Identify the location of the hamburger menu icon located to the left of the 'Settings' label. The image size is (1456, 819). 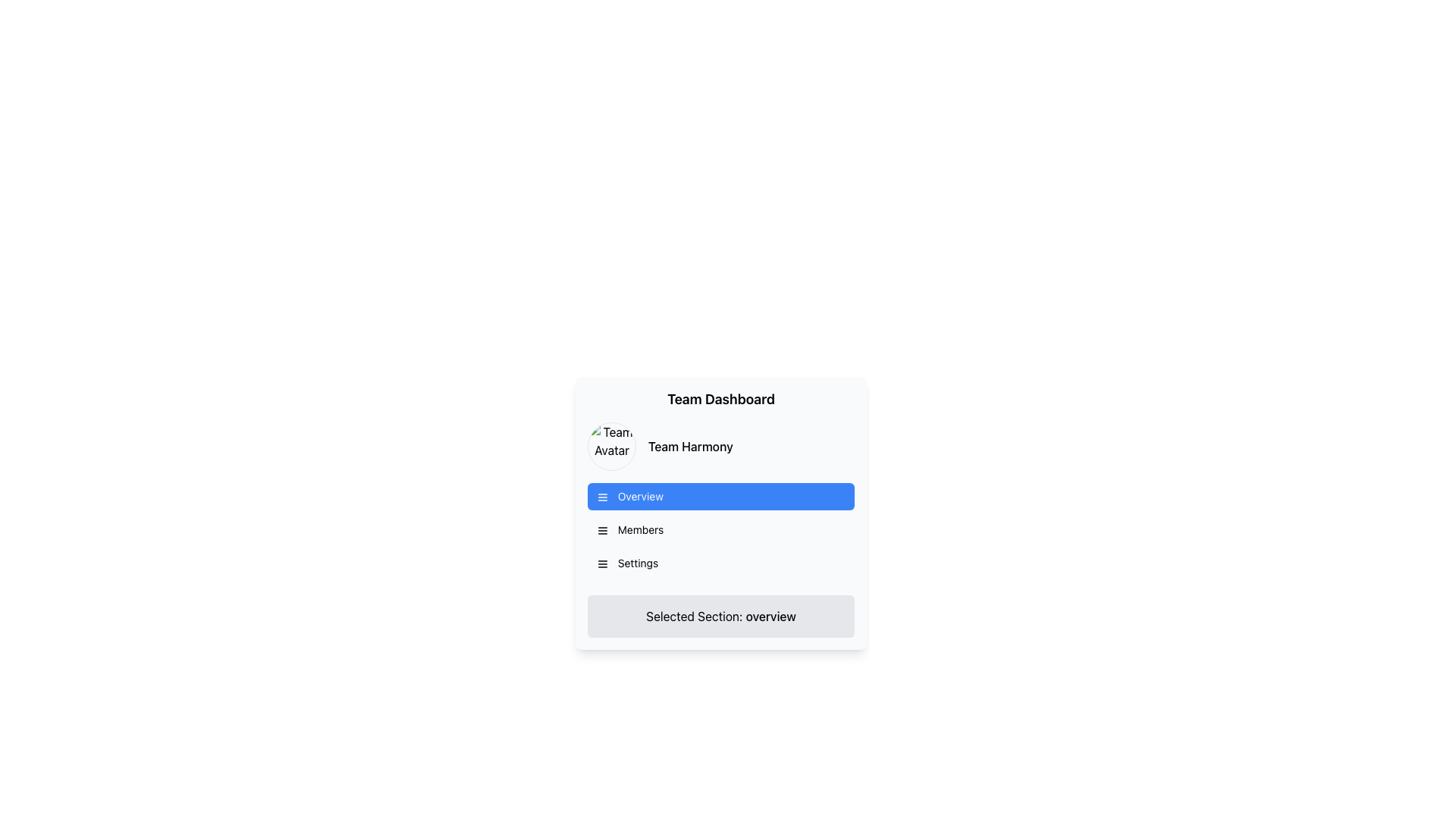
(602, 564).